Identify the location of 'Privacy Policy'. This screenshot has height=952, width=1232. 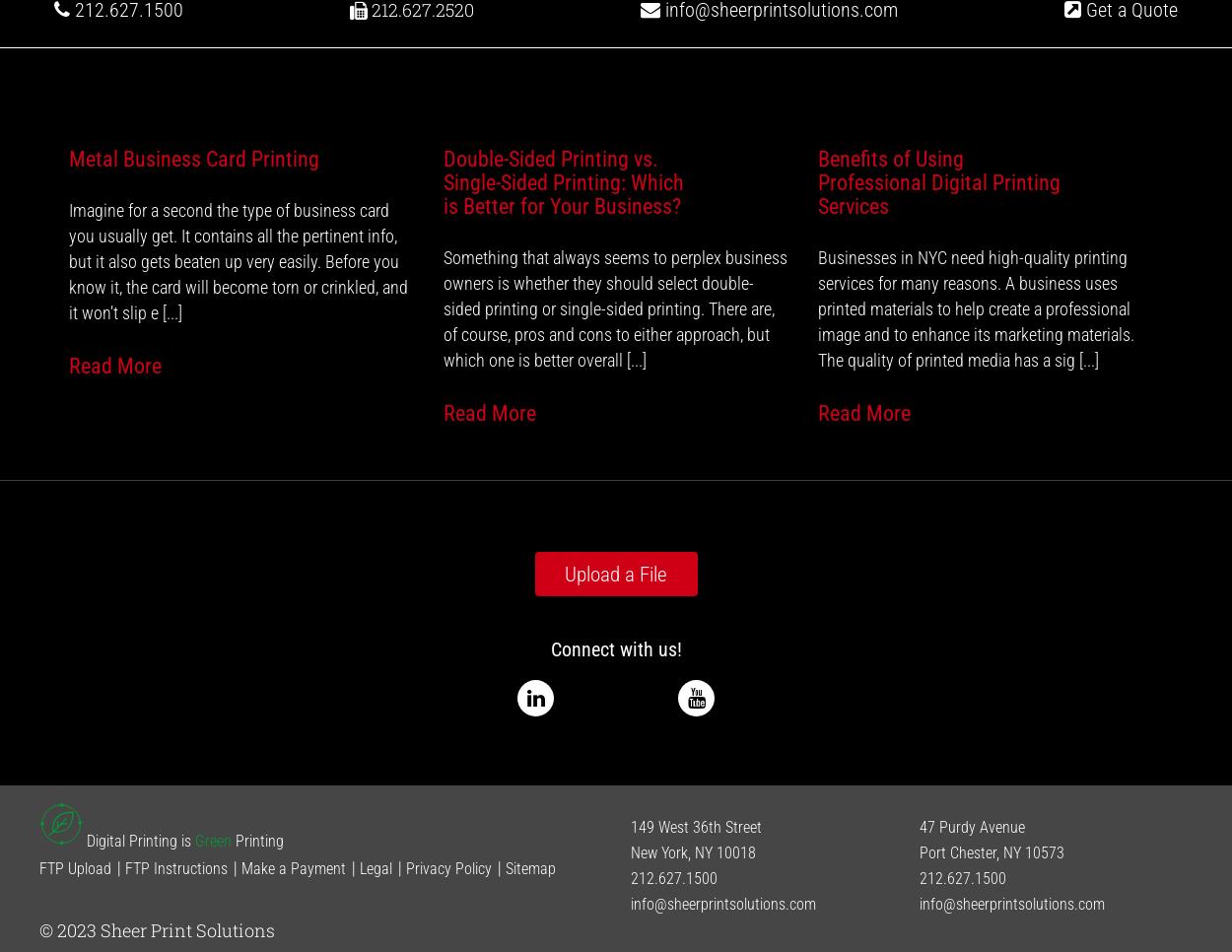
(447, 867).